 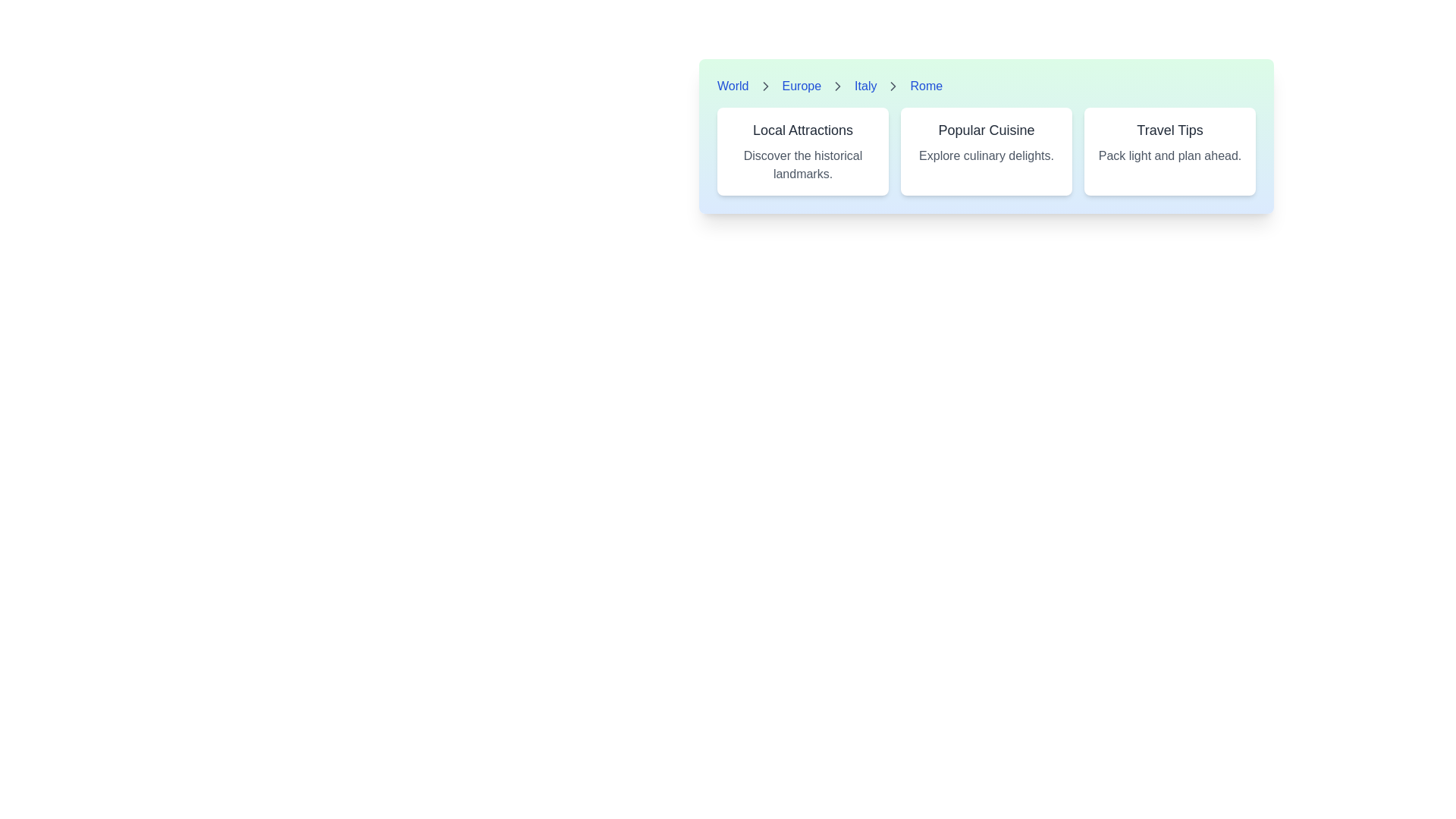 What do you see at coordinates (893, 86) in the screenshot?
I see `the right-facing chevron arrow icon located between the 'Italy' and 'Rome' text links in the breadcrumb navigation bar` at bounding box center [893, 86].